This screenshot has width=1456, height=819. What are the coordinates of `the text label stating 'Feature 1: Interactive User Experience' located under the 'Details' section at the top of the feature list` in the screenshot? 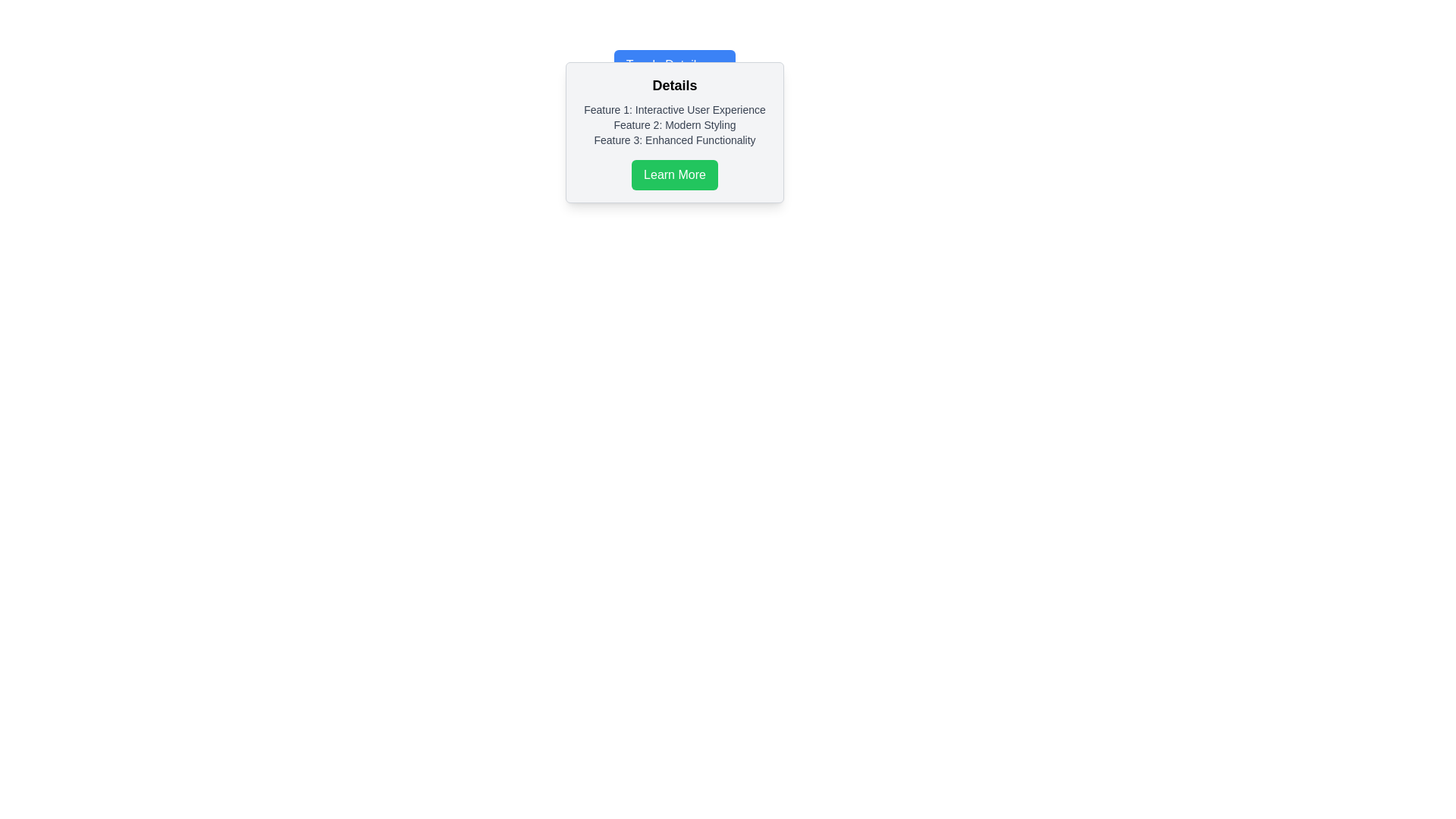 It's located at (673, 109).